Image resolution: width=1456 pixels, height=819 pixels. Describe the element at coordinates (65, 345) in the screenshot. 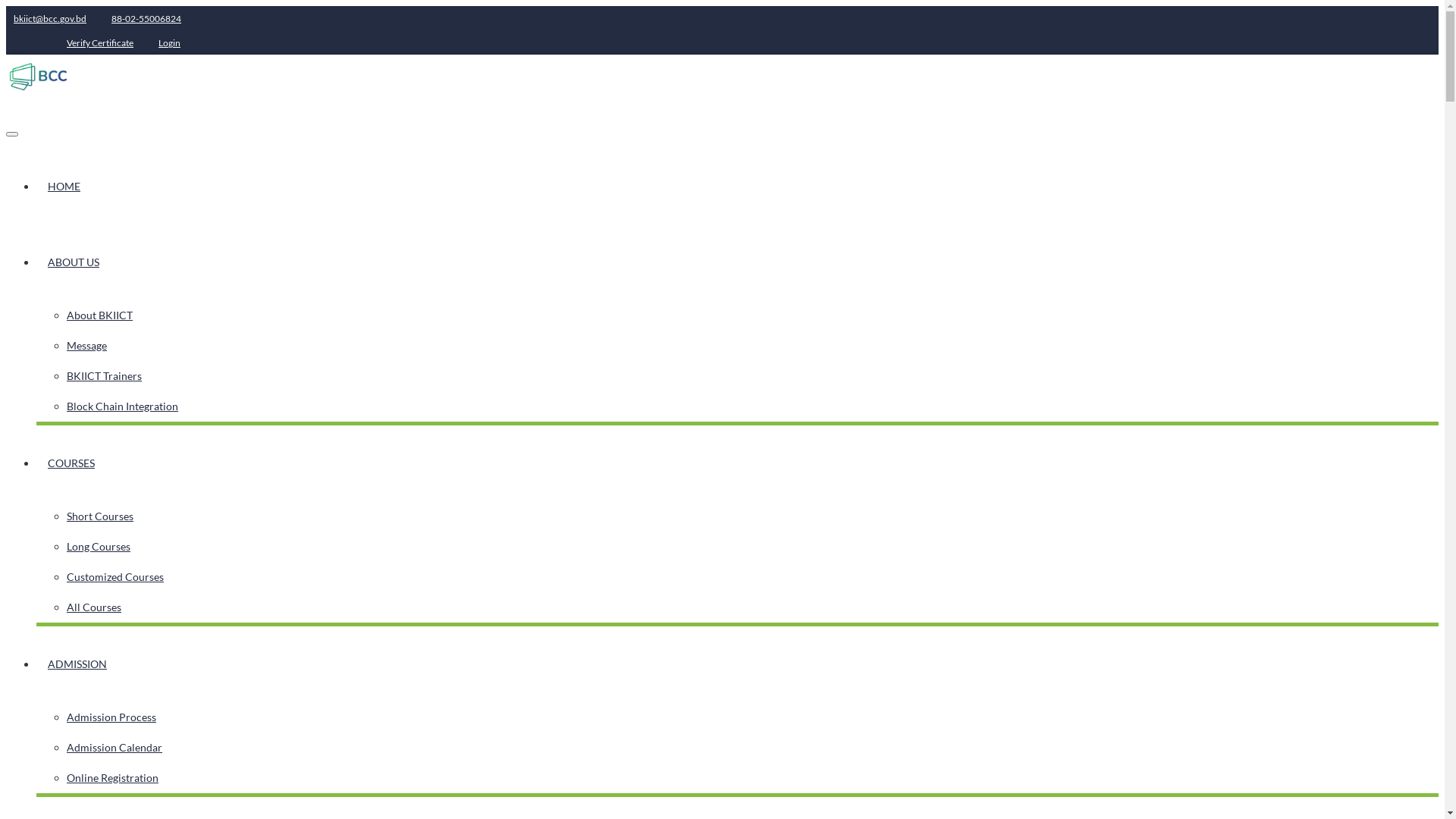

I see `'Message'` at that location.